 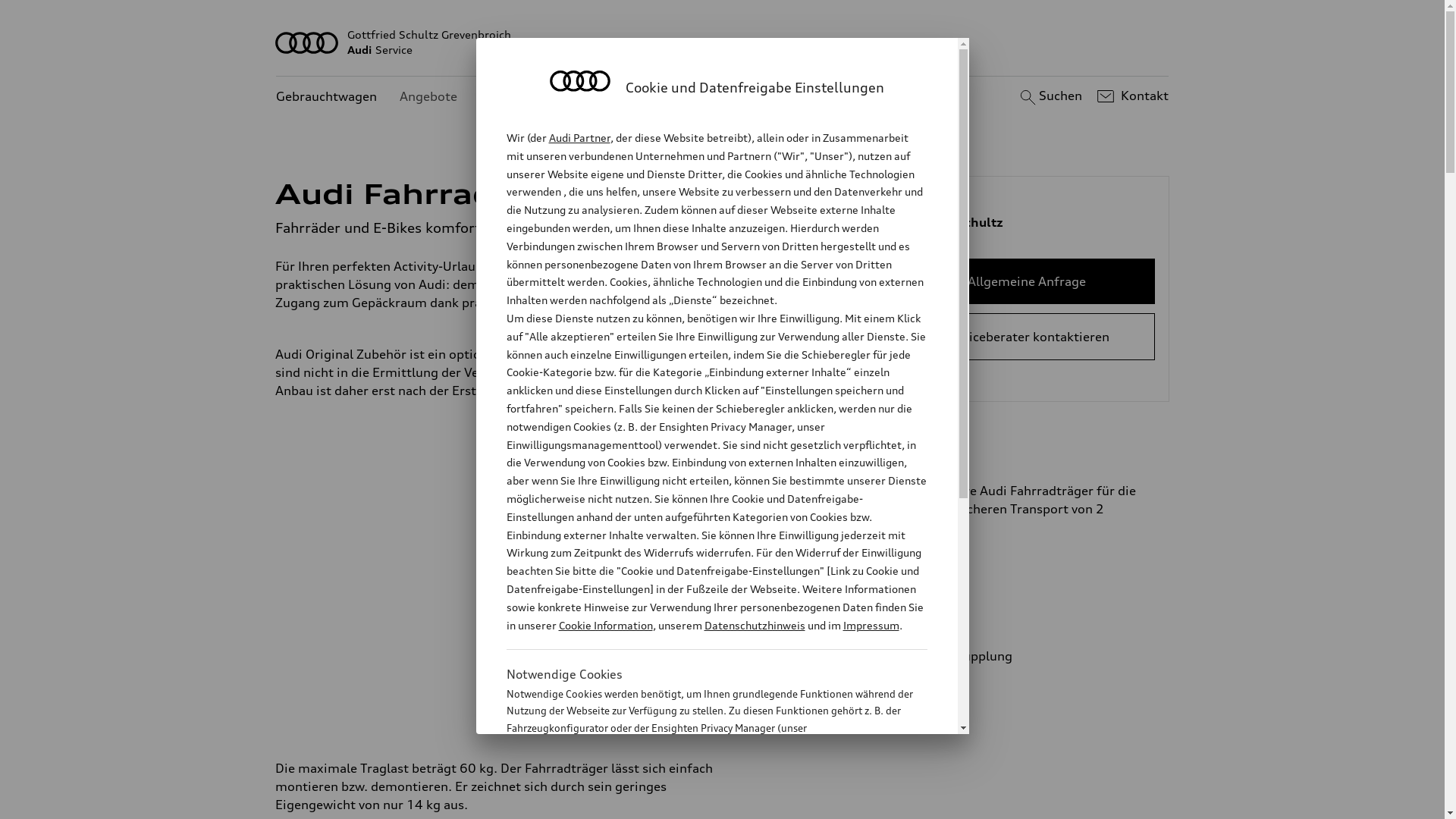 What do you see at coordinates (1048, 96) in the screenshot?
I see `'Suchen'` at bounding box center [1048, 96].